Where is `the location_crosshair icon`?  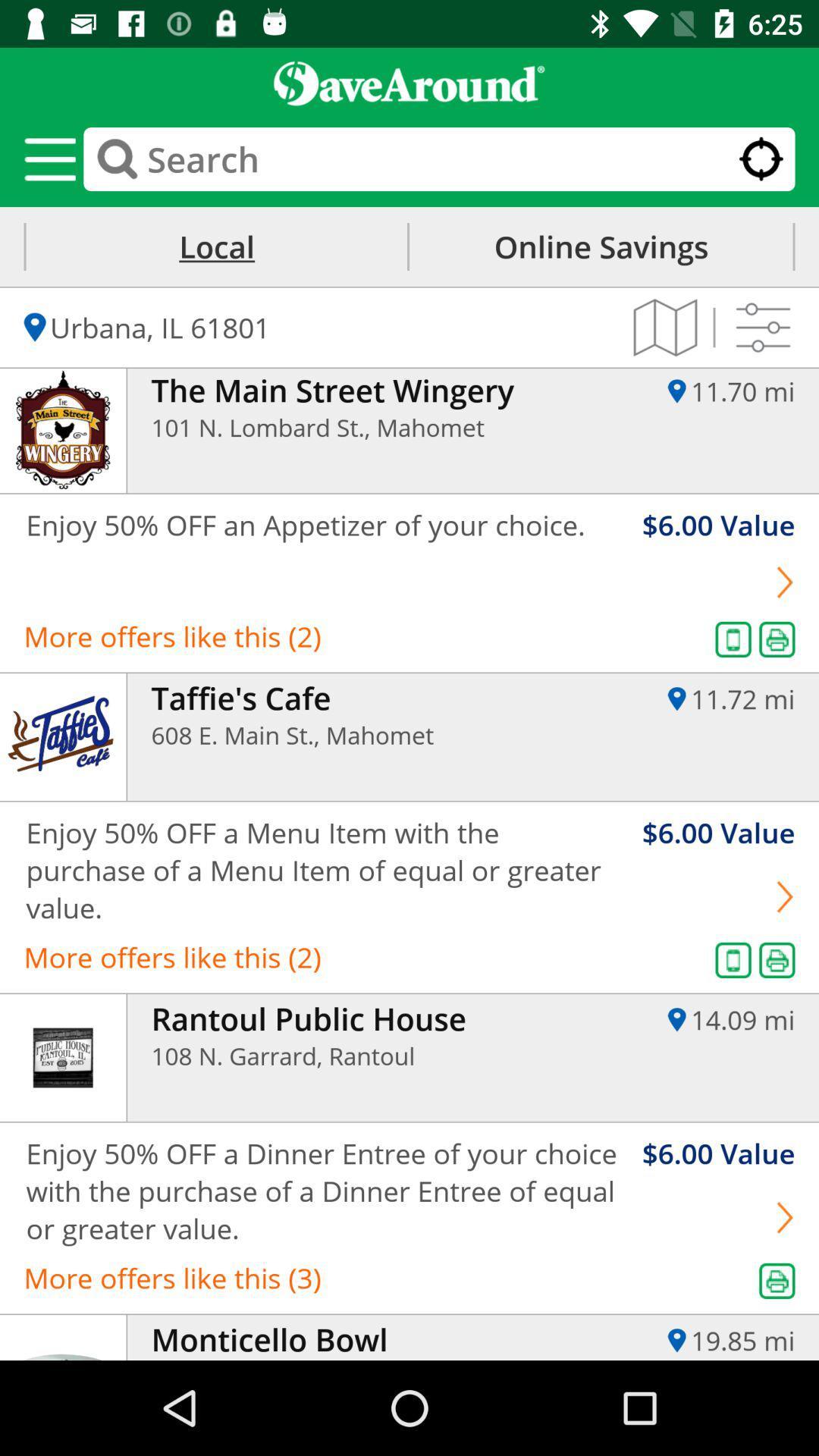 the location_crosshair icon is located at coordinates (761, 158).